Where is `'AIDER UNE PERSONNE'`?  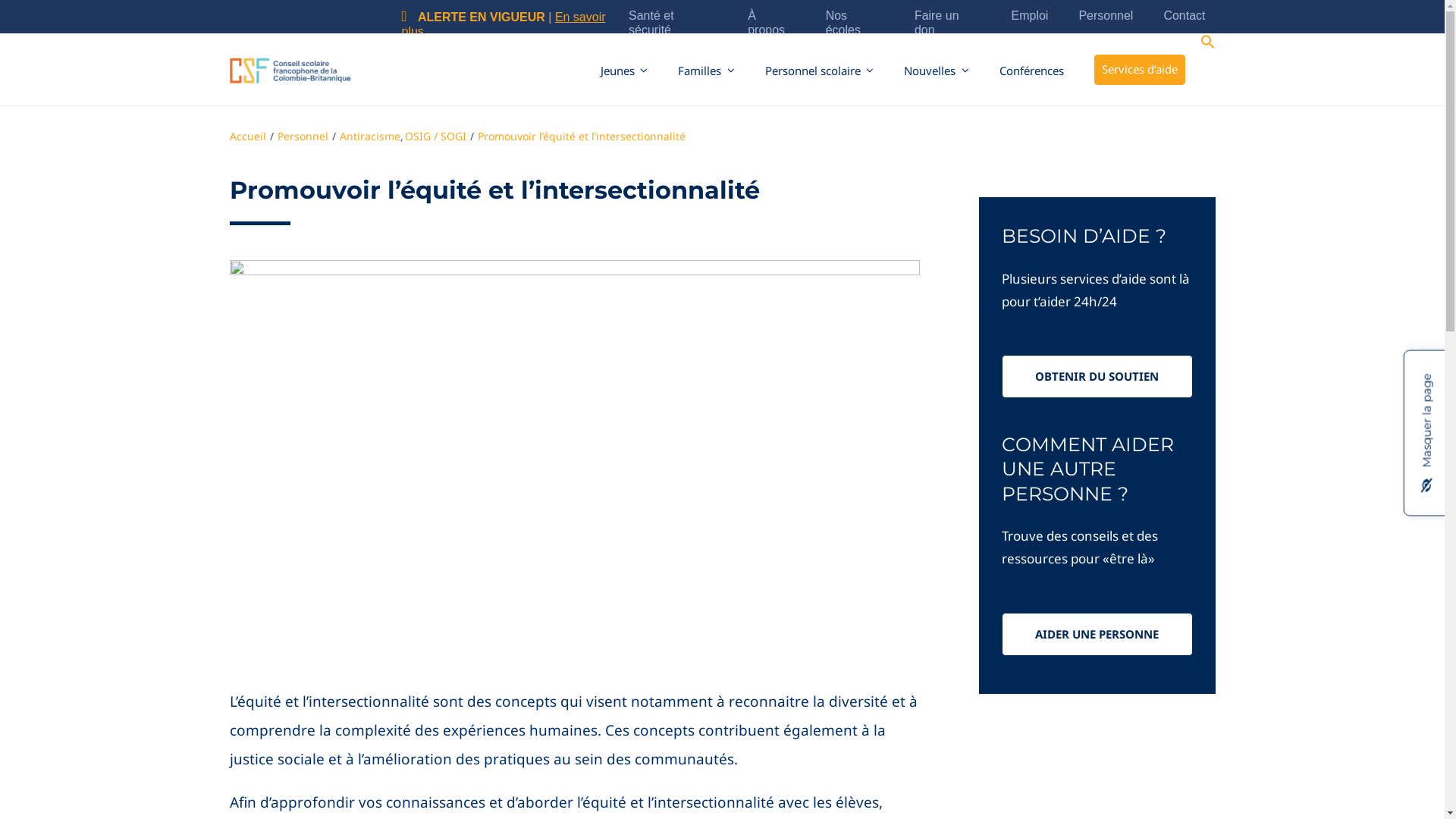 'AIDER UNE PERSONNE' is located at coordinates (1096, 634).